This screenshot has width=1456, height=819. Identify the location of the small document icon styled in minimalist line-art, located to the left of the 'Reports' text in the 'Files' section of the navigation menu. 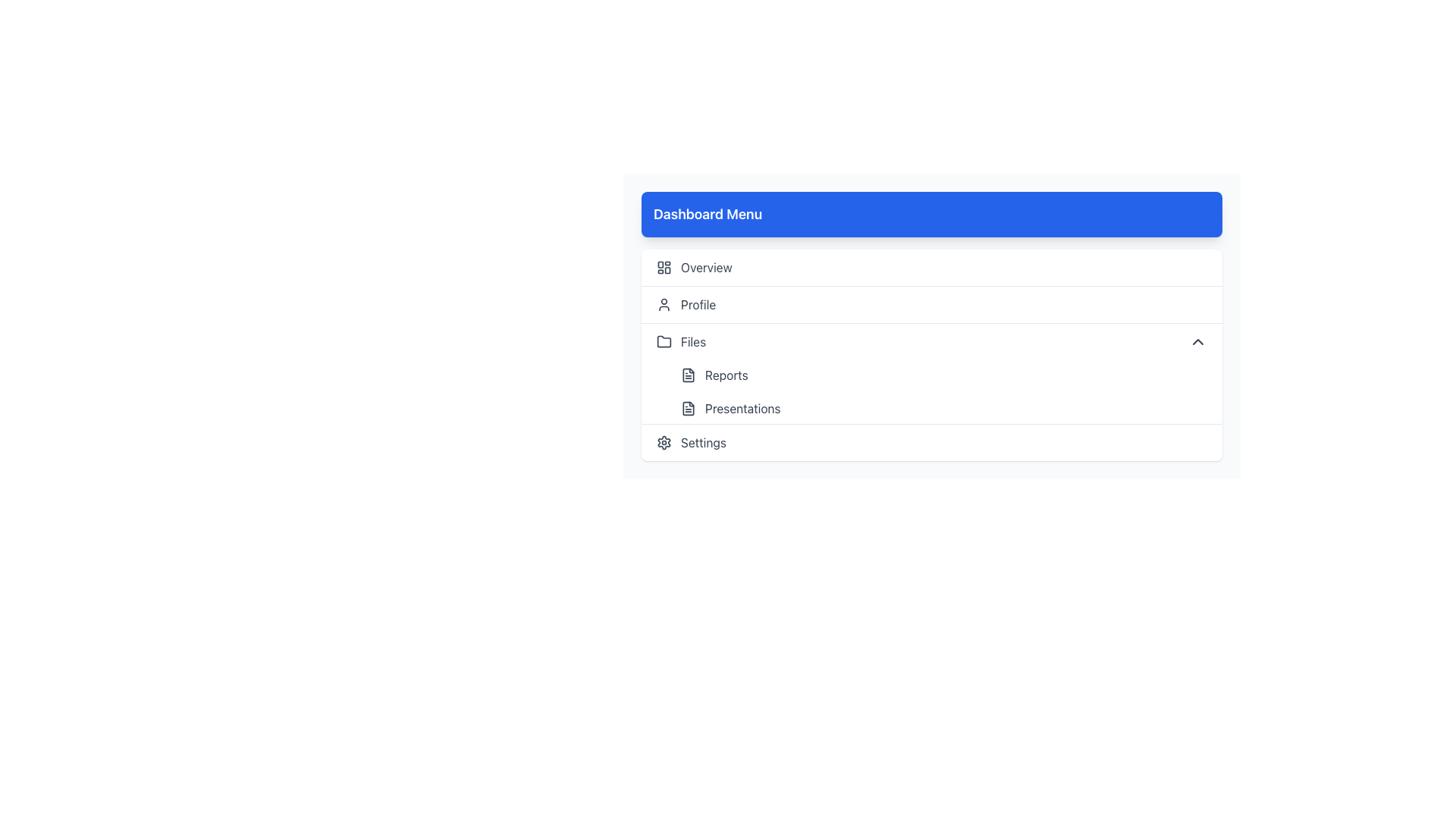
(687, 375).